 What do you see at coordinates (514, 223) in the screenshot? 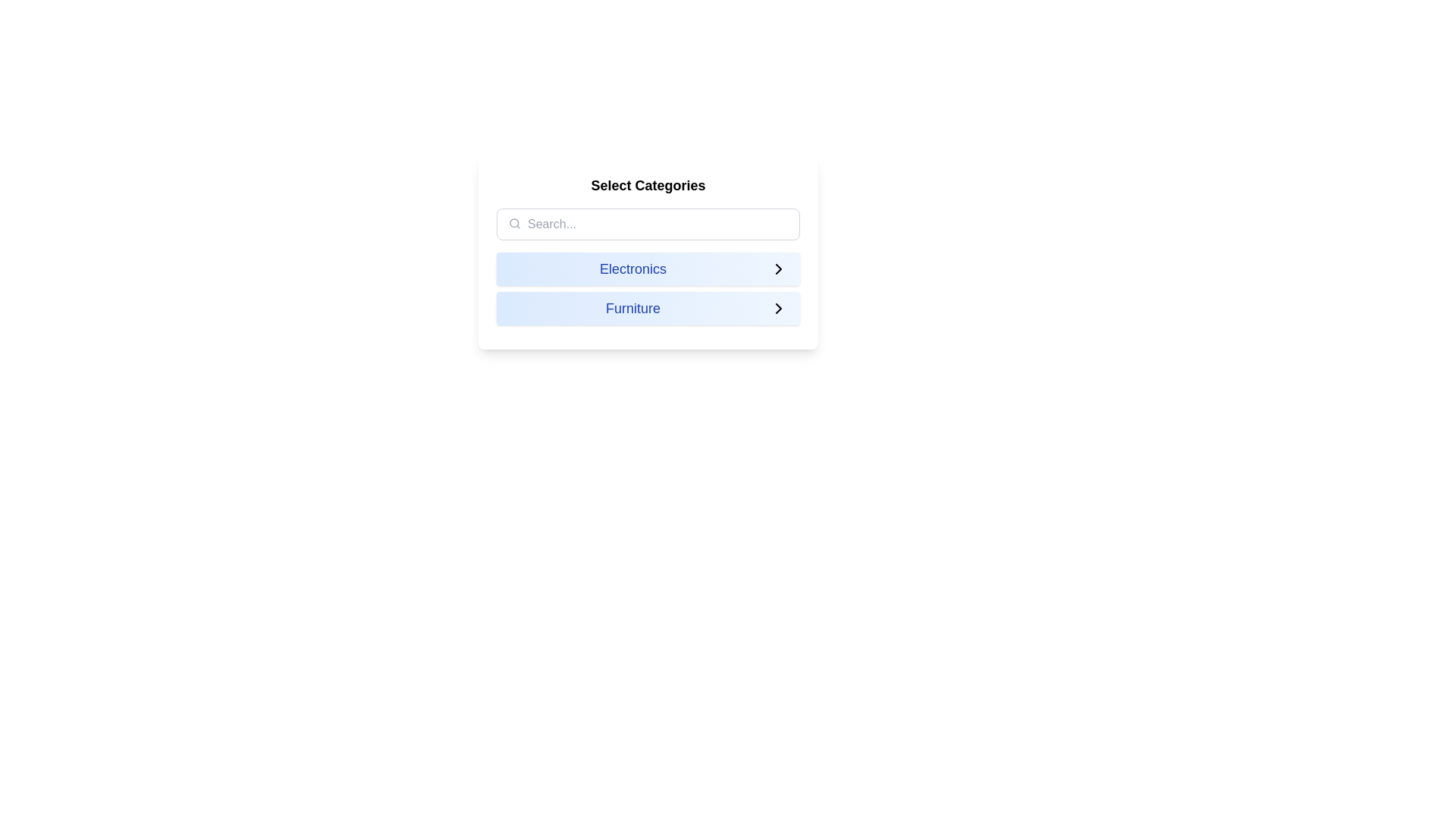
I see `the circular graphical element that is part of the search icon located at the top-left corner of the search input field` at bounding box center [514, 223].